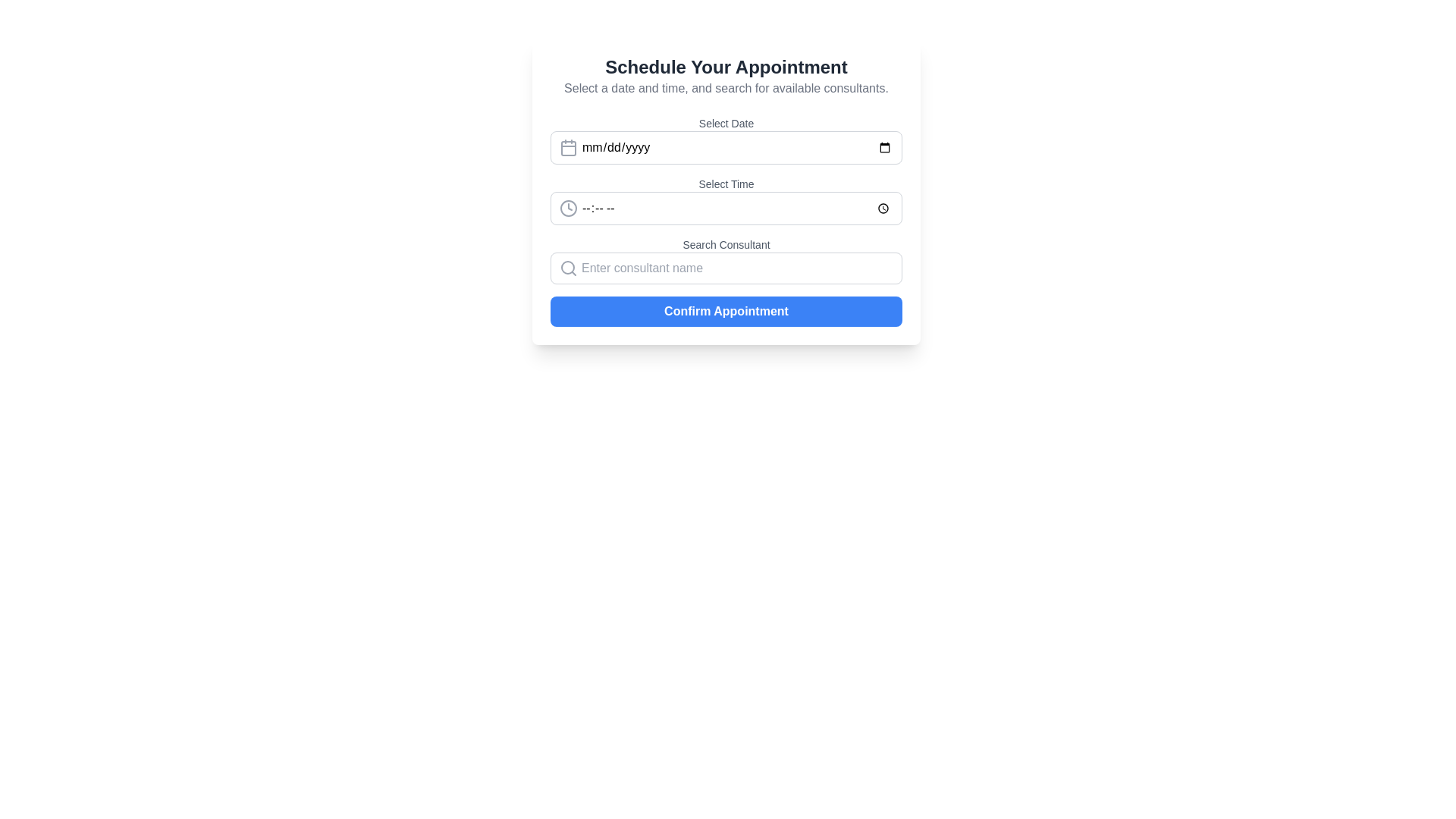  Describe the element at coordinates (726, 190) in the screenshot. I see `properties of the Time selection input field located beneath the 'Select Date' field and above the 'Search Consultant' field in the form` at that location.